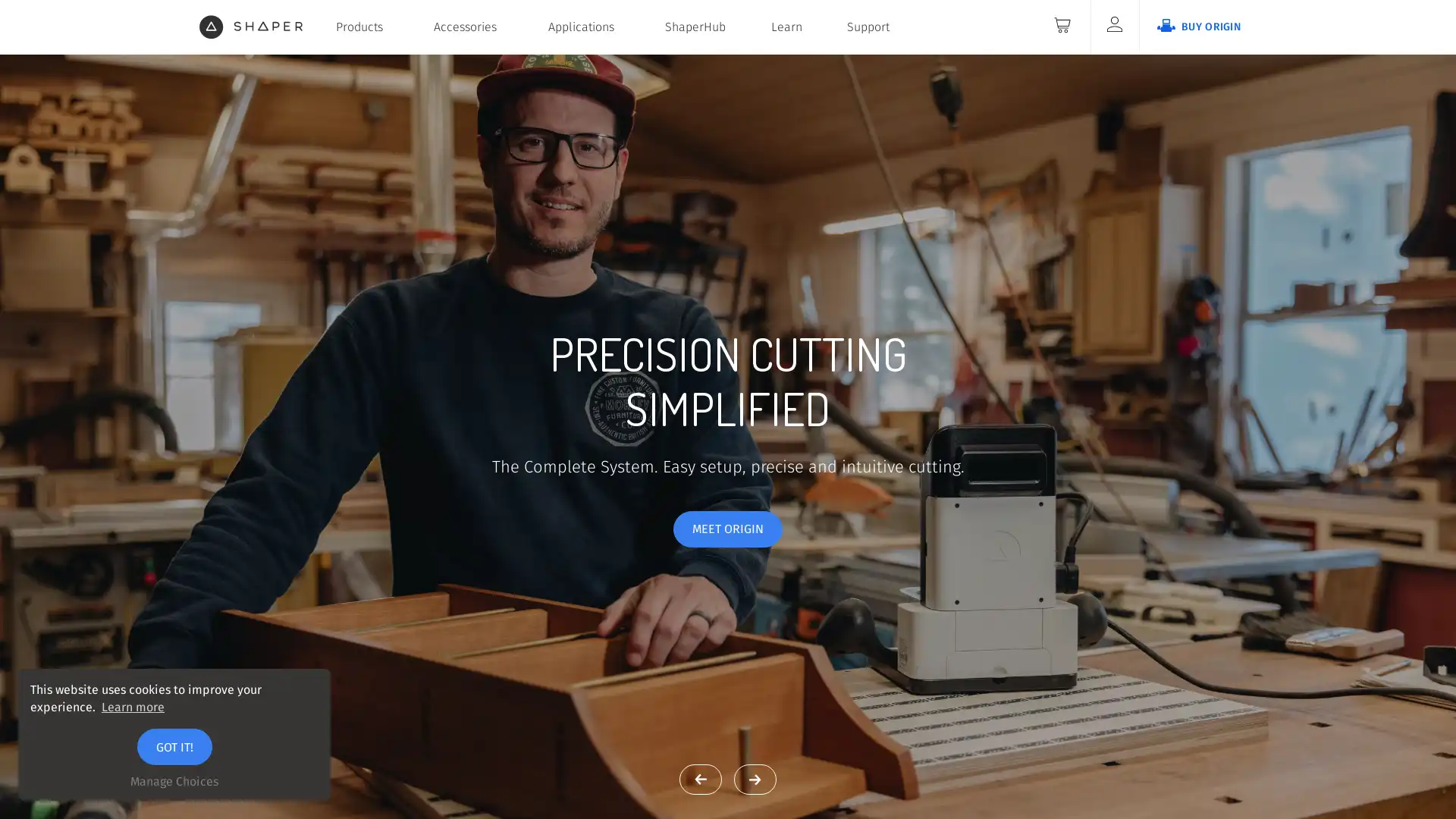 Image resolution: width=1456 pixels, height=819 pixels. What do you see at coordinates (728, 528) in the screenshot?
I see `MEET ORIGIN` at bounding box center [728, 528].